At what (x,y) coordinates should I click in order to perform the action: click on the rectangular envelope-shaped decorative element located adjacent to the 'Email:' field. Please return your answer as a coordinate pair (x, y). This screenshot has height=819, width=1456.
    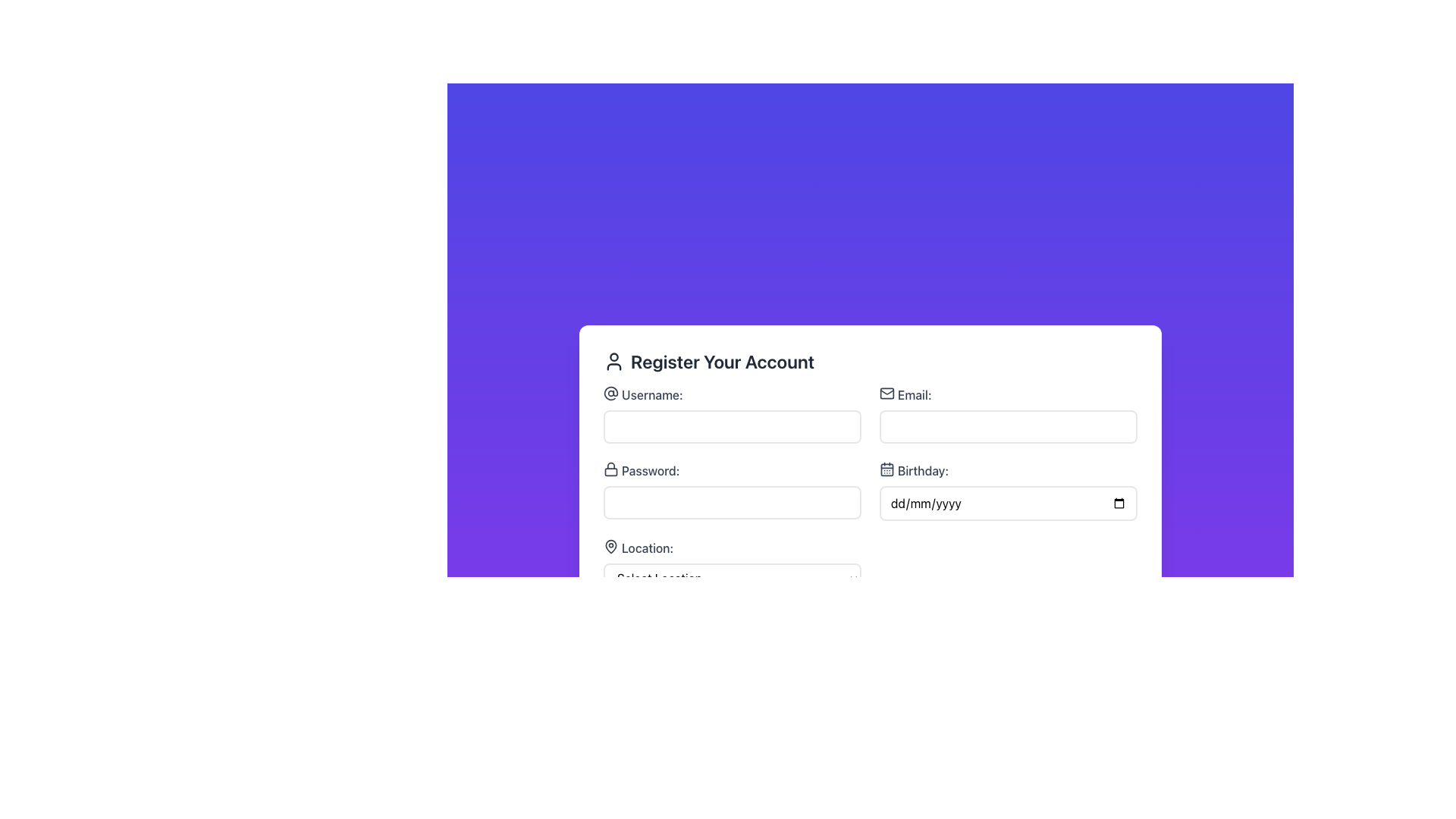
    Looking at the image, I should click on (887, 393).